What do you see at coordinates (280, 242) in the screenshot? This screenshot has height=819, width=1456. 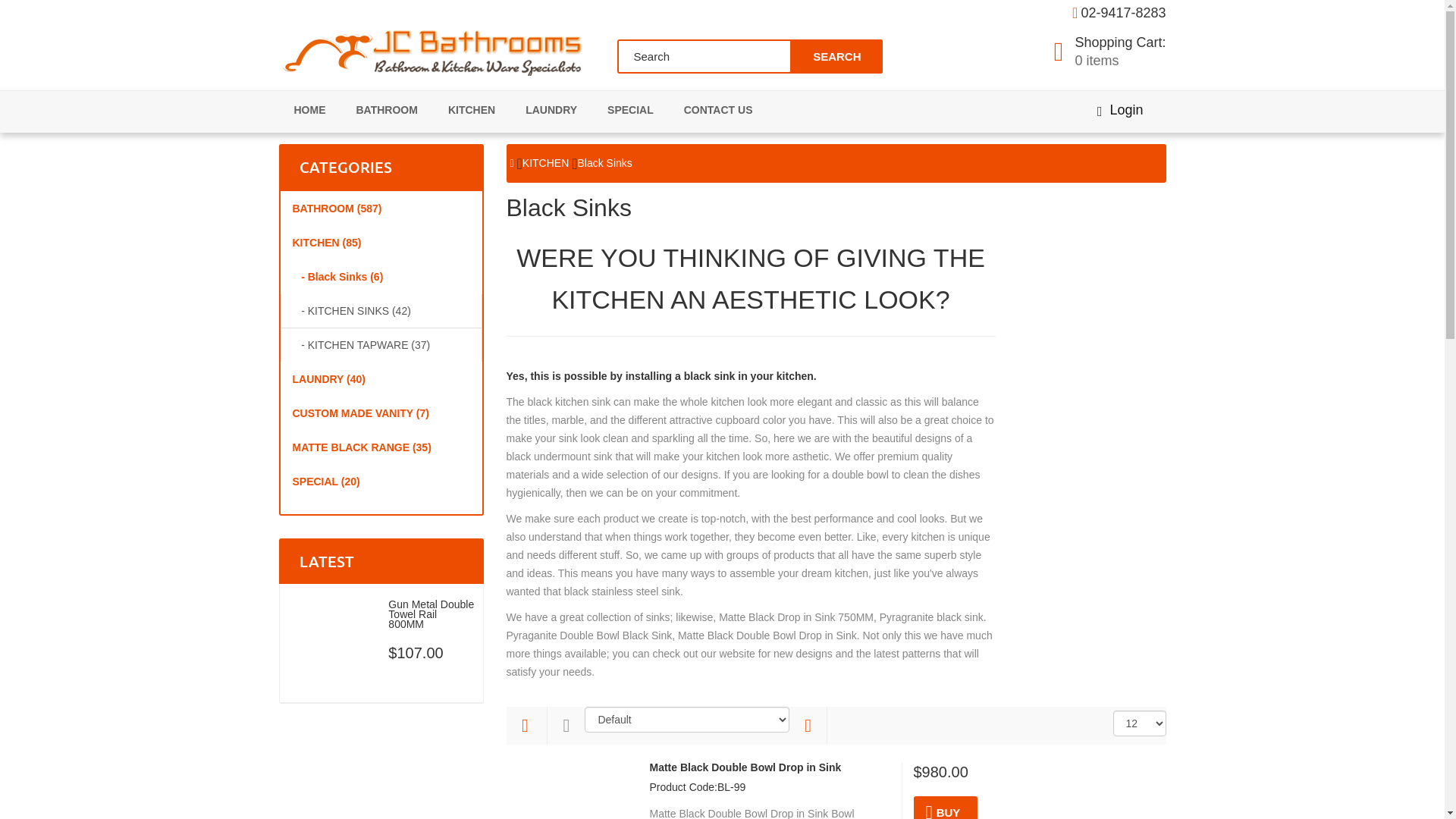 I see `'KITCHEN (85)'` at bounding box center [280, 242].